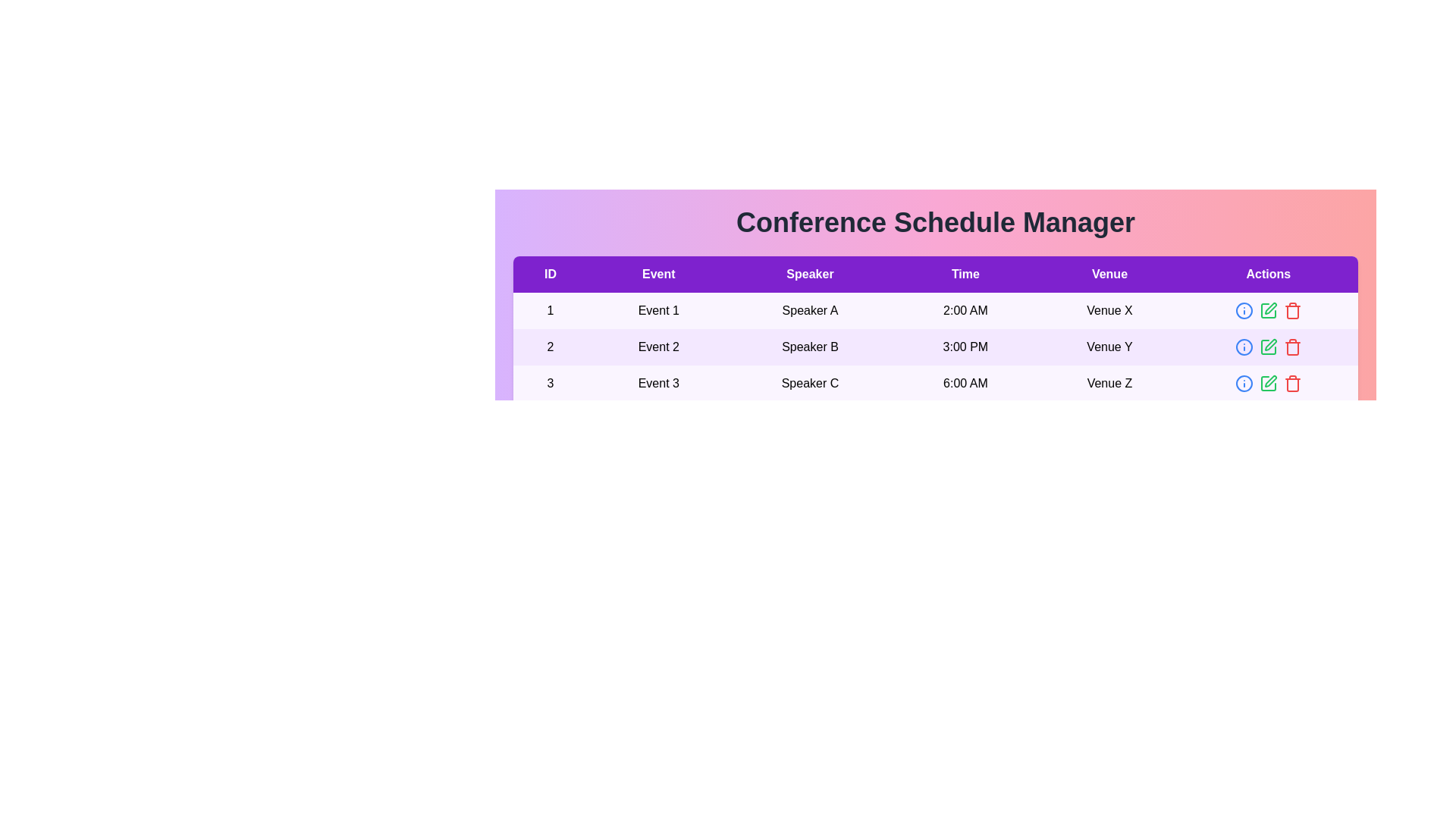 This screenshot has height=819, width=1456. I want to click on the column header to sort the table by Venue, so click(1109, 275).